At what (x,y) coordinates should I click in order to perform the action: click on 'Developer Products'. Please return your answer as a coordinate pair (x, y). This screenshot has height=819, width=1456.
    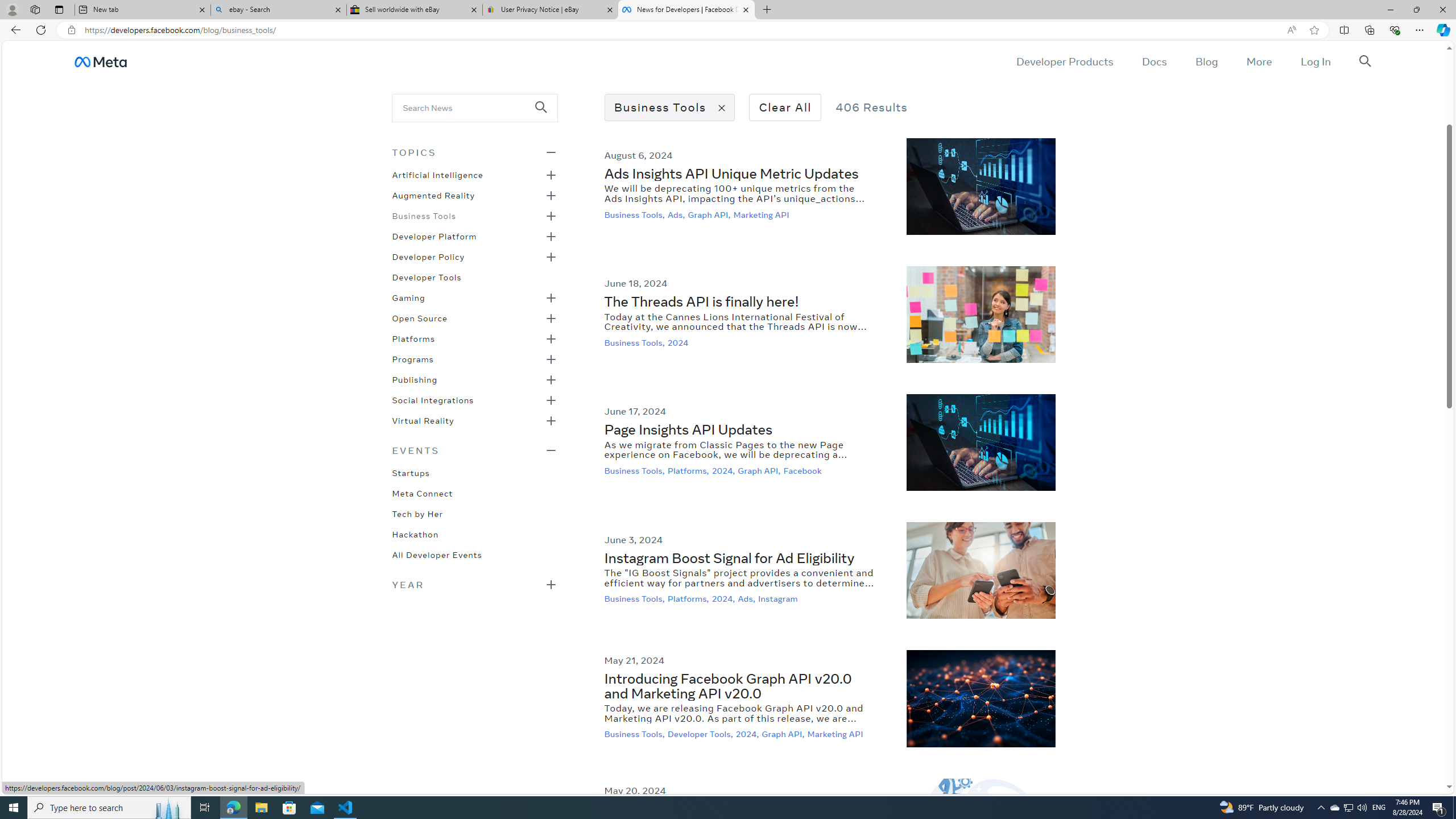
    Looking at the image, I should click on (1064, 61).